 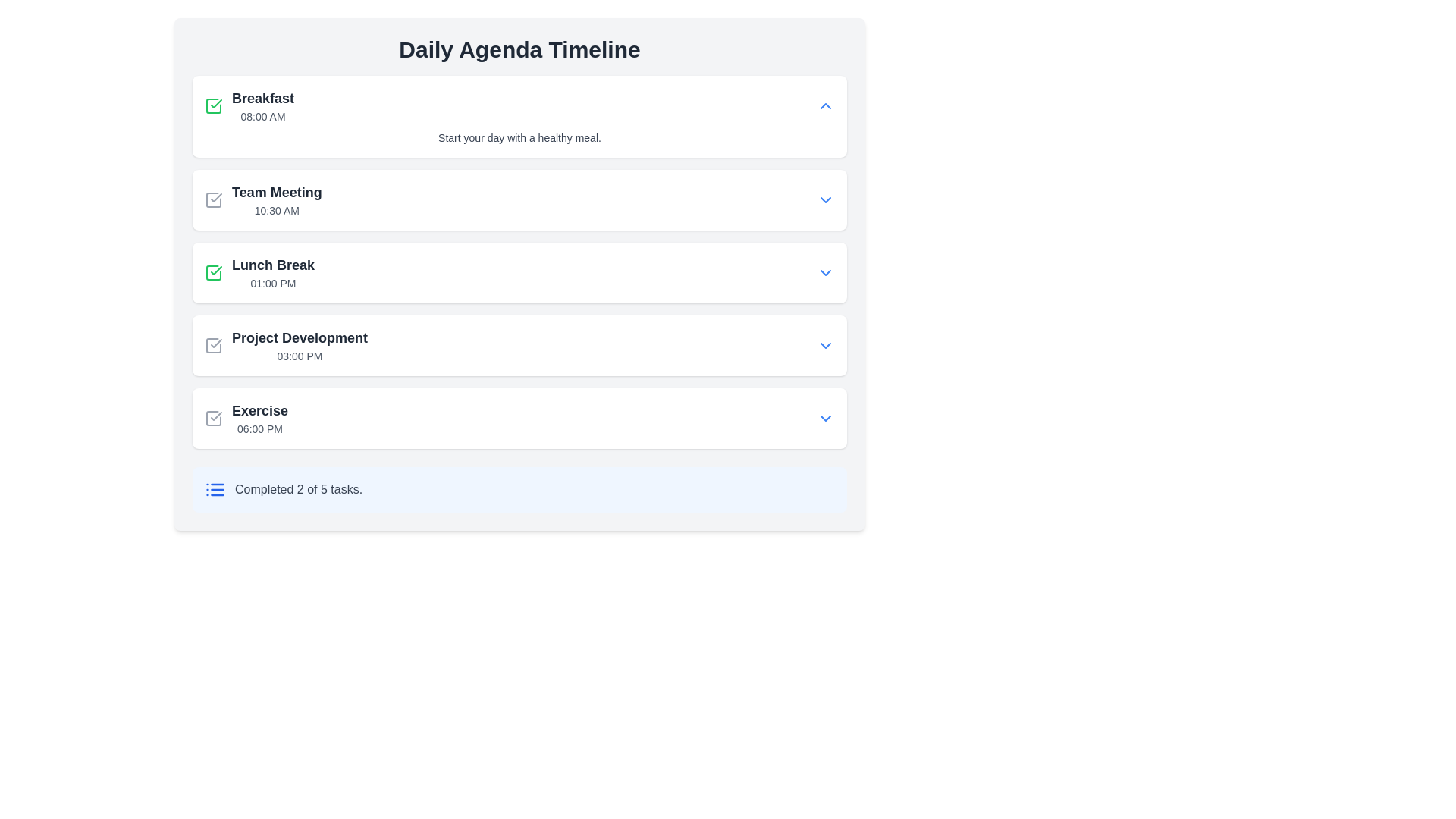 What do you see at coordinates (277, 210) in the screenshot?
I see `the time displayed on the text label showing '10:30 AM' located below the 'Team Meeting' title in the 'Daily Agenda Timeline'` at bounding box center [277, 210].